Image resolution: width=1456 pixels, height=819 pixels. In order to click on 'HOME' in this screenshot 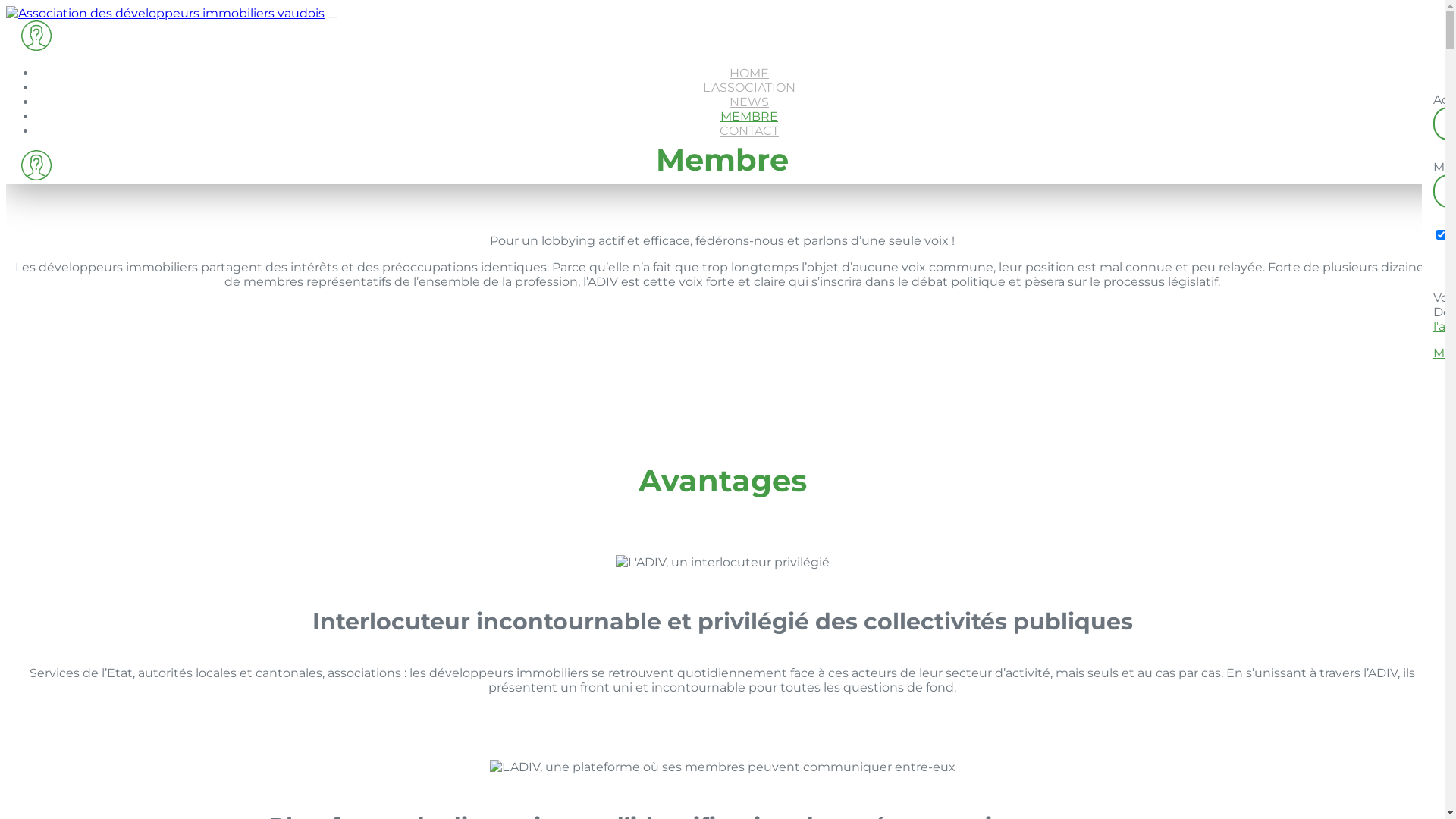, I will do `click(749, 73)`.